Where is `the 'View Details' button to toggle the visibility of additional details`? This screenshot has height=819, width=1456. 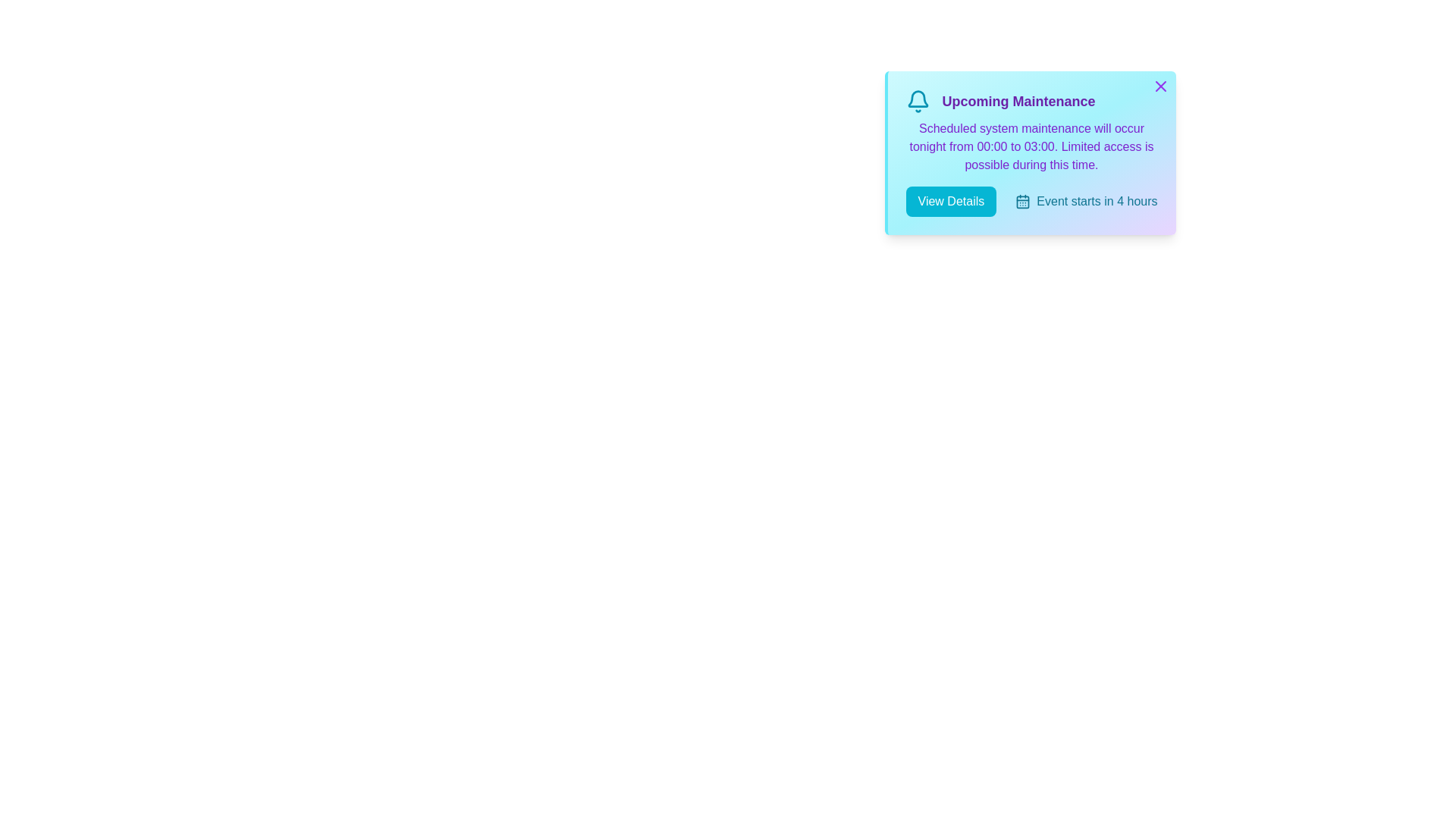
the 'View Details' button to toggle the visibility of additional details is located at coordinates (949, 201).